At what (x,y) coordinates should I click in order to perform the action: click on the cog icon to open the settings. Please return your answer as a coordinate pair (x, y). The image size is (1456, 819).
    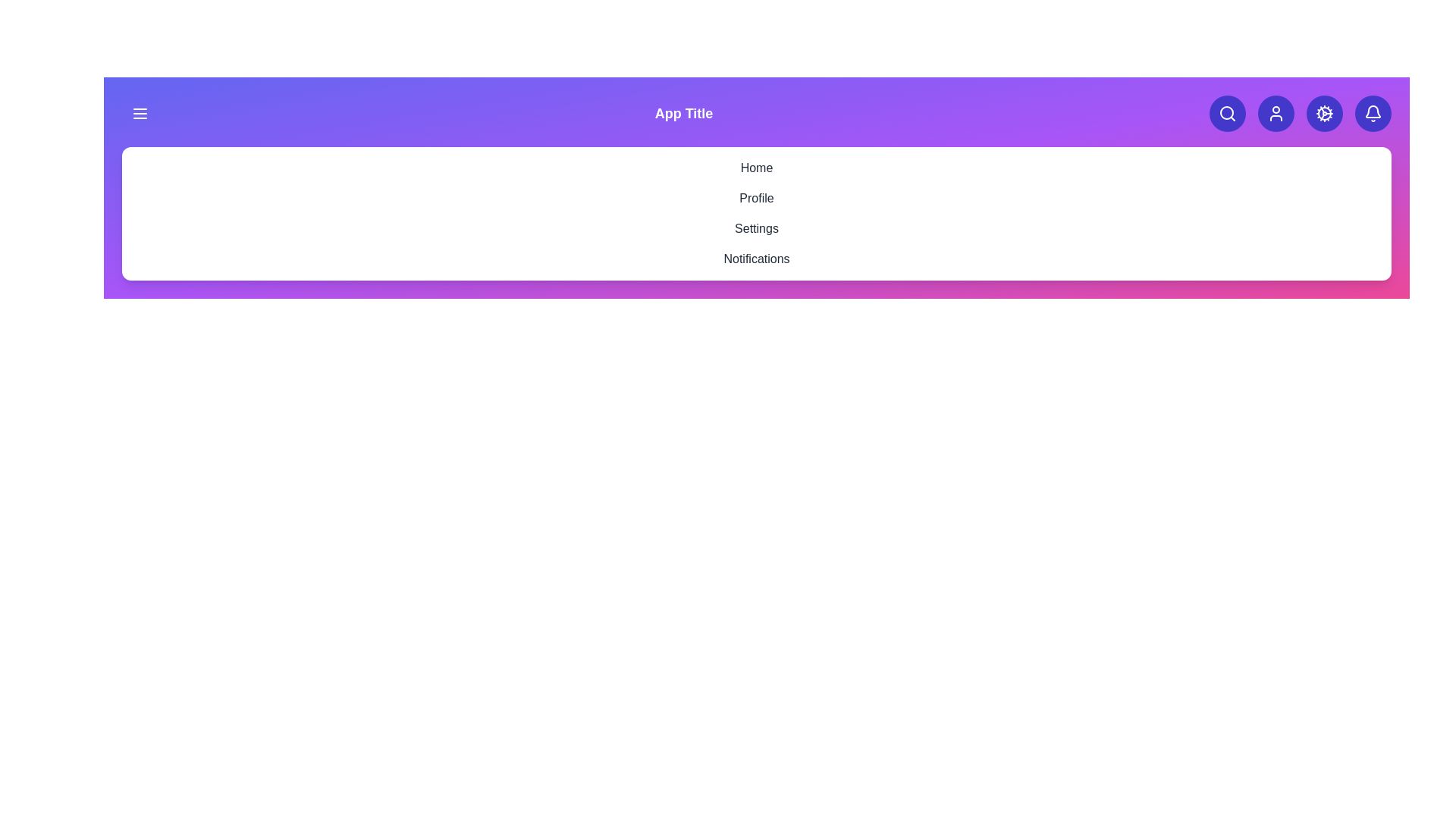
    Looking at the image, I should click on (1324, 113).